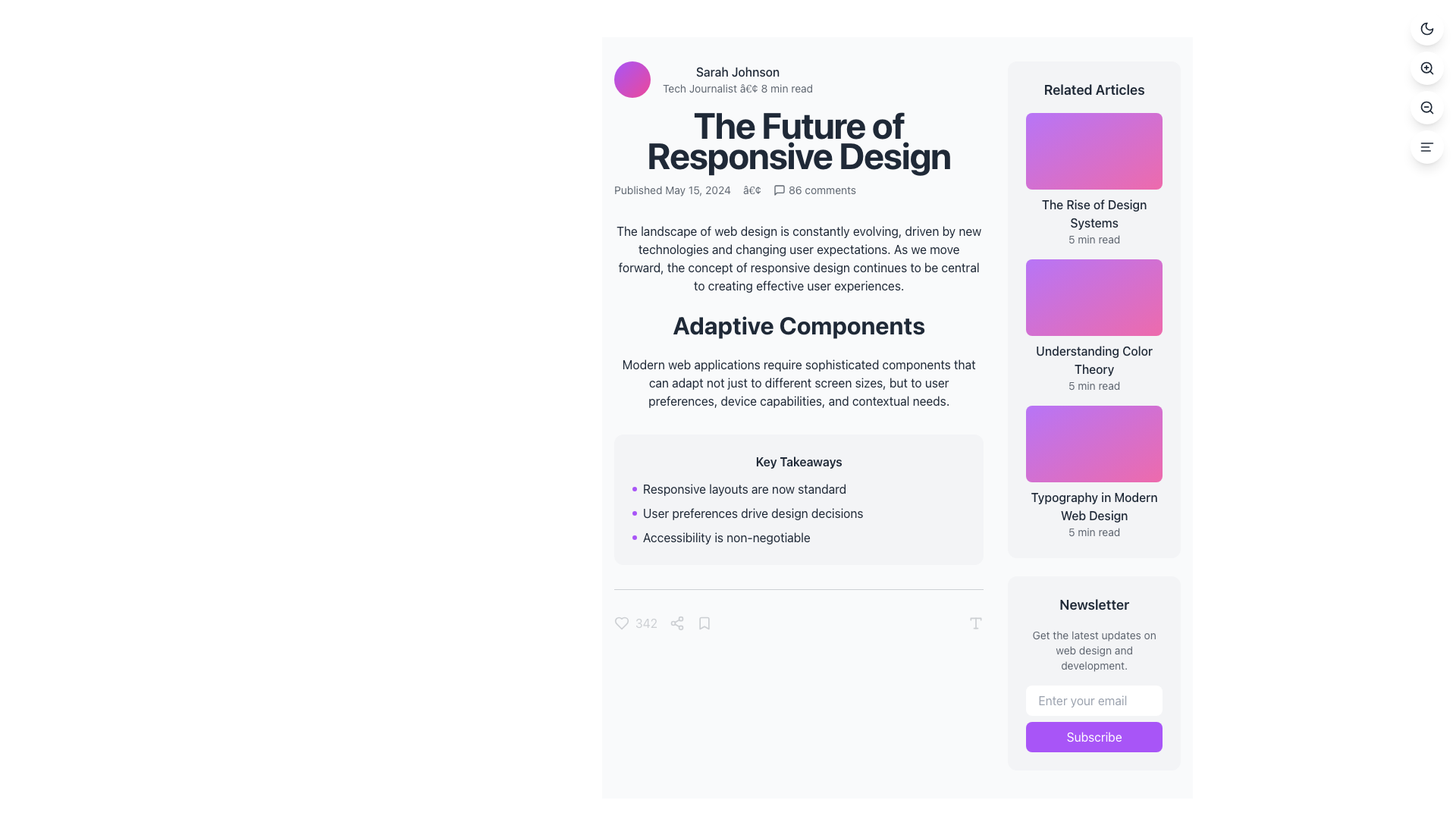 The image size is (1456, 819). What do you see at coordinates (1094, 239) in the screenshot?
I see `the static text label indicating the estimated reading time for the article titled 'The Rise of Design Systems', located in the 'Related Articles' section` at bounding box center [1094, 239].